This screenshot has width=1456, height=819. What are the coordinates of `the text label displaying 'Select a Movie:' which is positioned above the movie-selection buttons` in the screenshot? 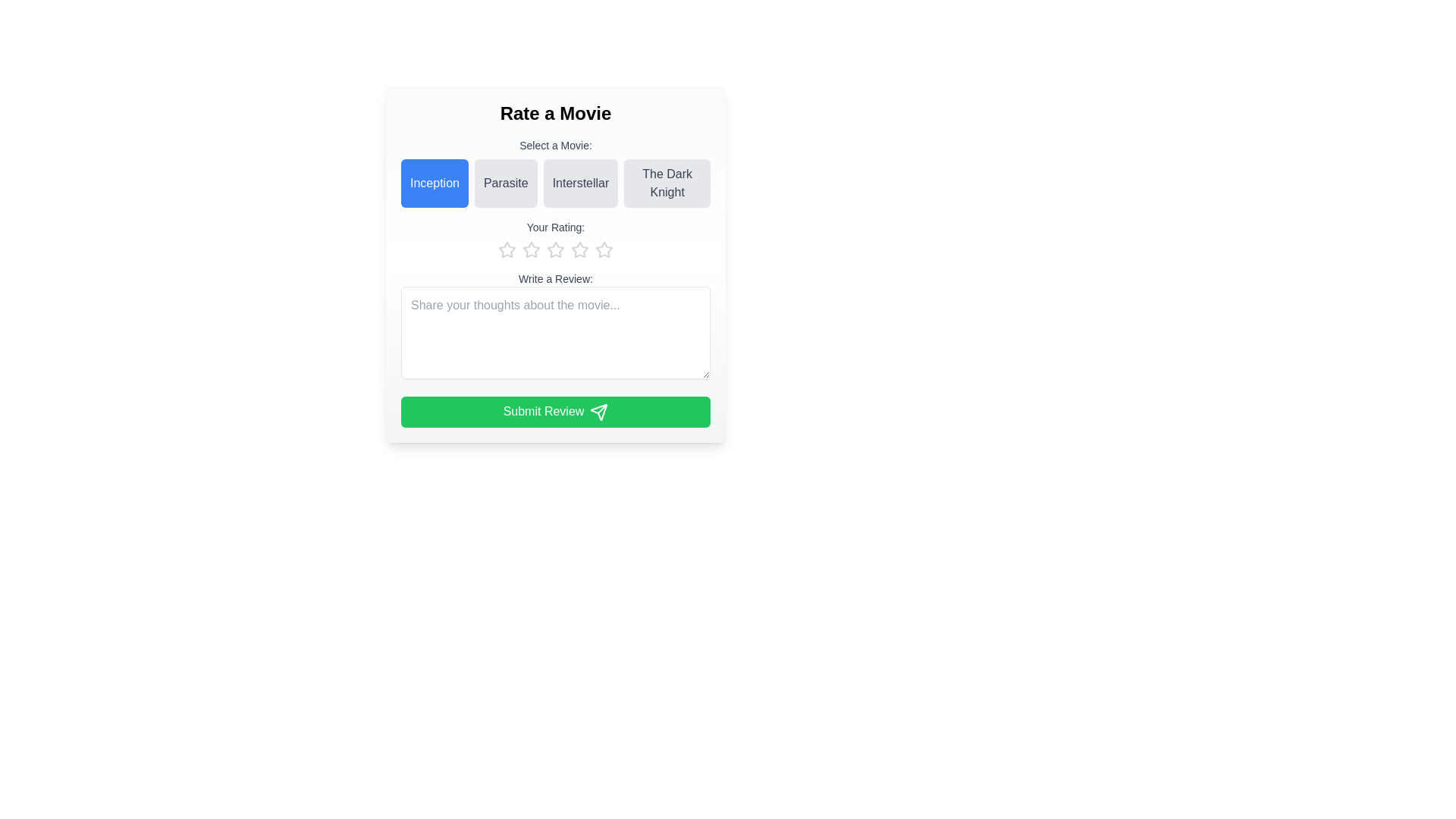 It's located at (555, 146).